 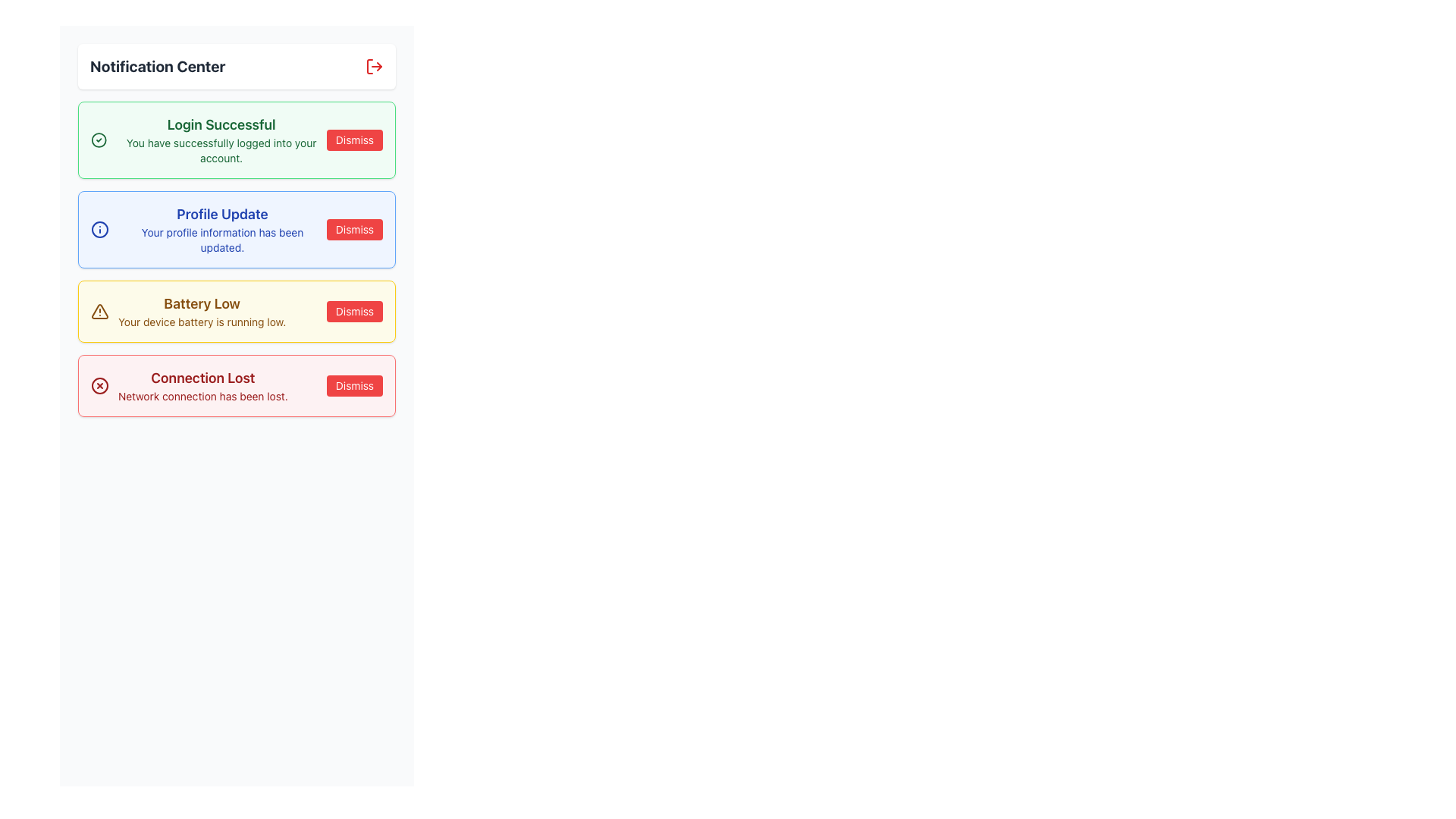 I want to click on the Informational Text element displaying 'Profile Update' in bold blue, which is located in the second notification card of the notification center panel, so click(x=221, y=230).